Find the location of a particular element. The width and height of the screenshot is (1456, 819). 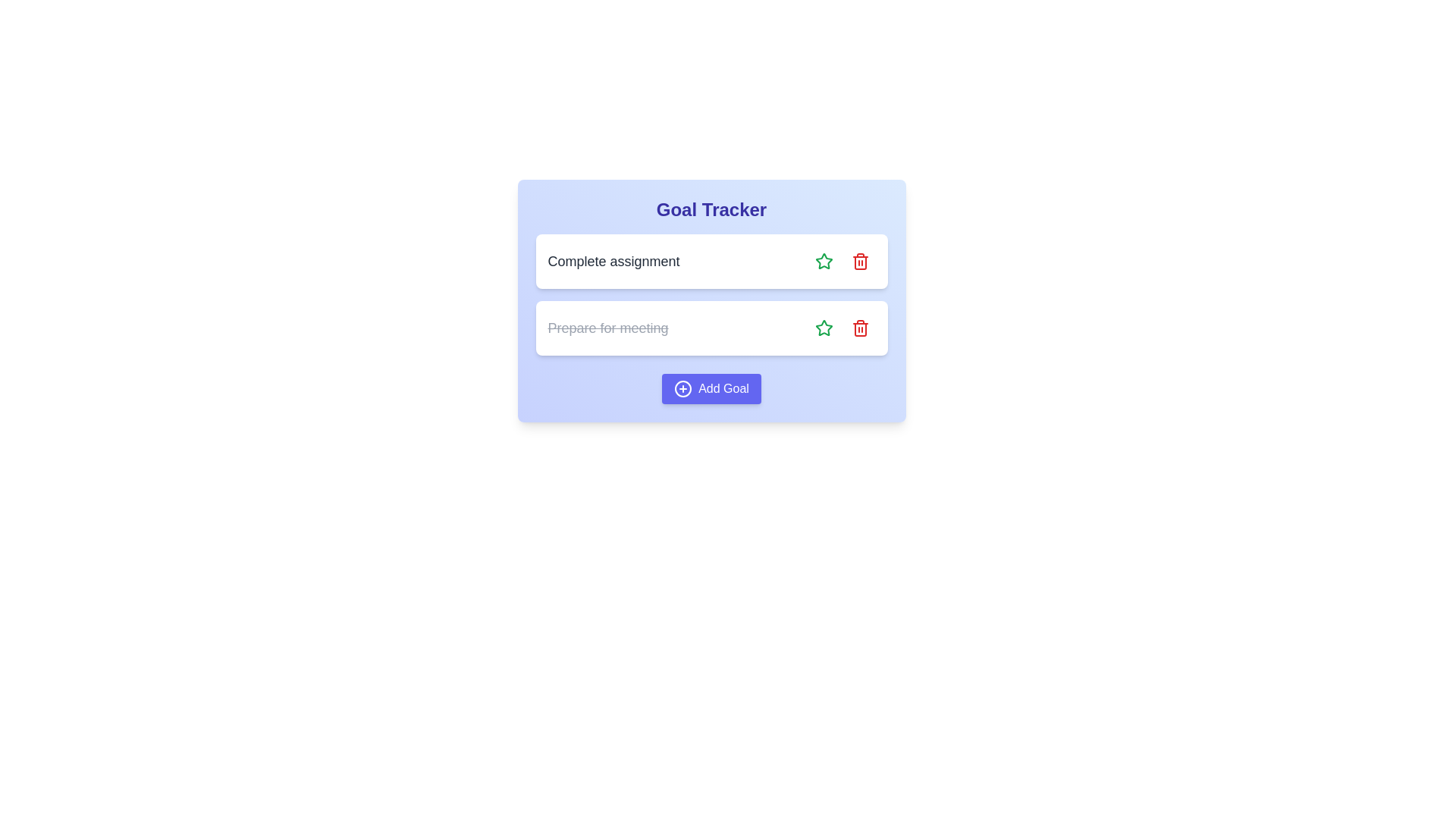

the green star icon button located adjacent to the task labeled 'Complete assignment' to mark or unmark the task as favorite is located at coordinates (823, 260).